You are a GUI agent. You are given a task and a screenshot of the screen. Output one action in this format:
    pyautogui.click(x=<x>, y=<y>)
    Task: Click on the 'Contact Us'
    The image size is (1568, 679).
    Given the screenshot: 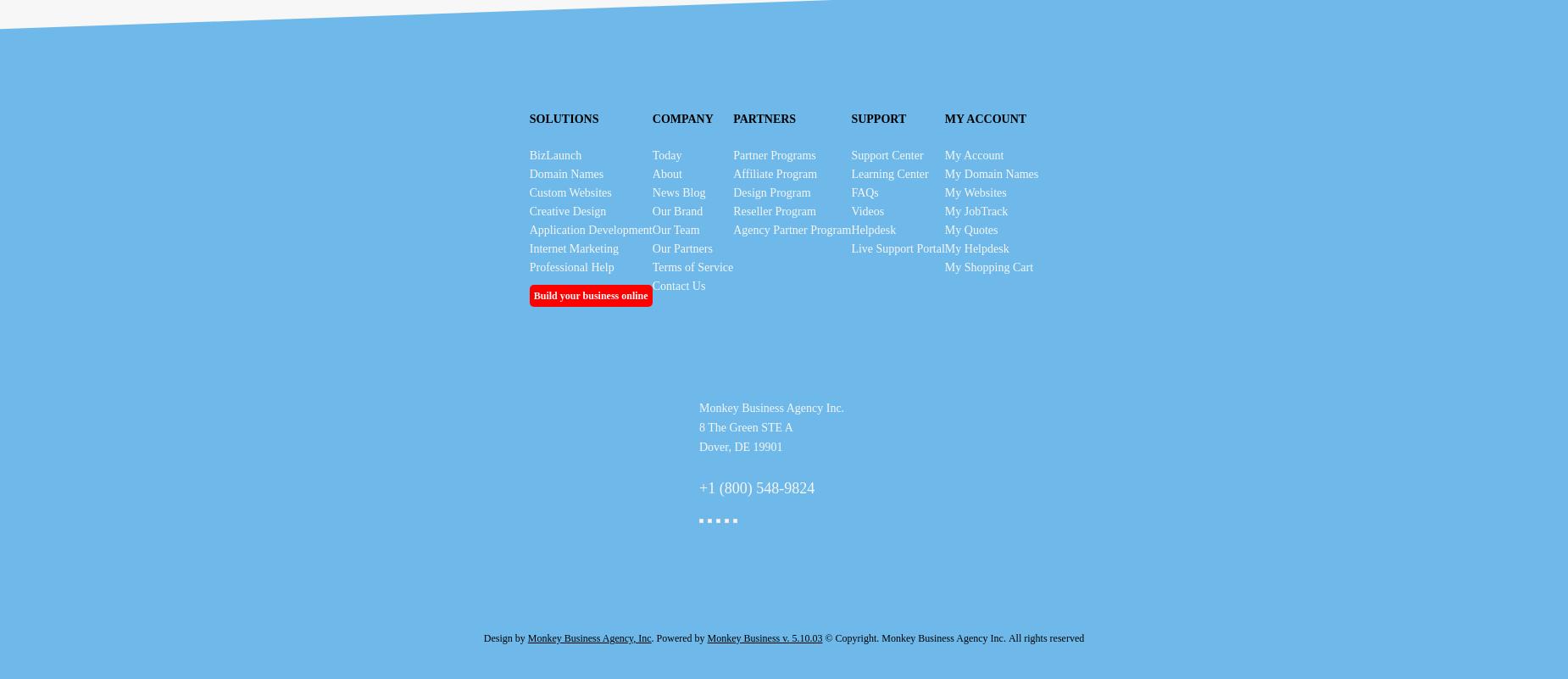 What is the action you would take?
    pyautogui.click(x=678, y=285)
    